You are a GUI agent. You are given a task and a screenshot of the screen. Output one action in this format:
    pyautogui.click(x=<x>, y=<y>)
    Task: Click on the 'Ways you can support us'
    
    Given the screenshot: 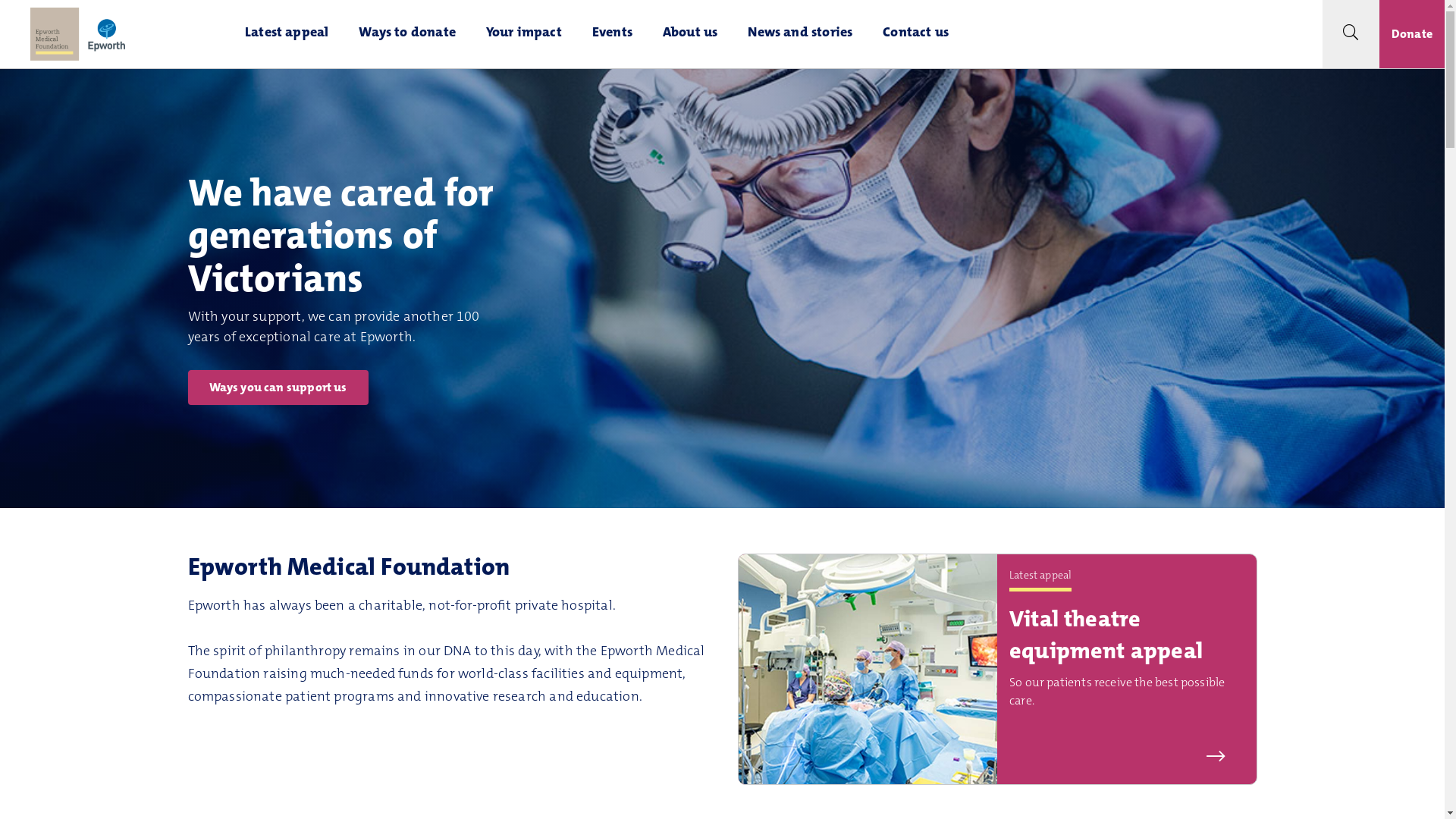 What is the action you would take?
    pyautogui.click(x=187, y=386)
    